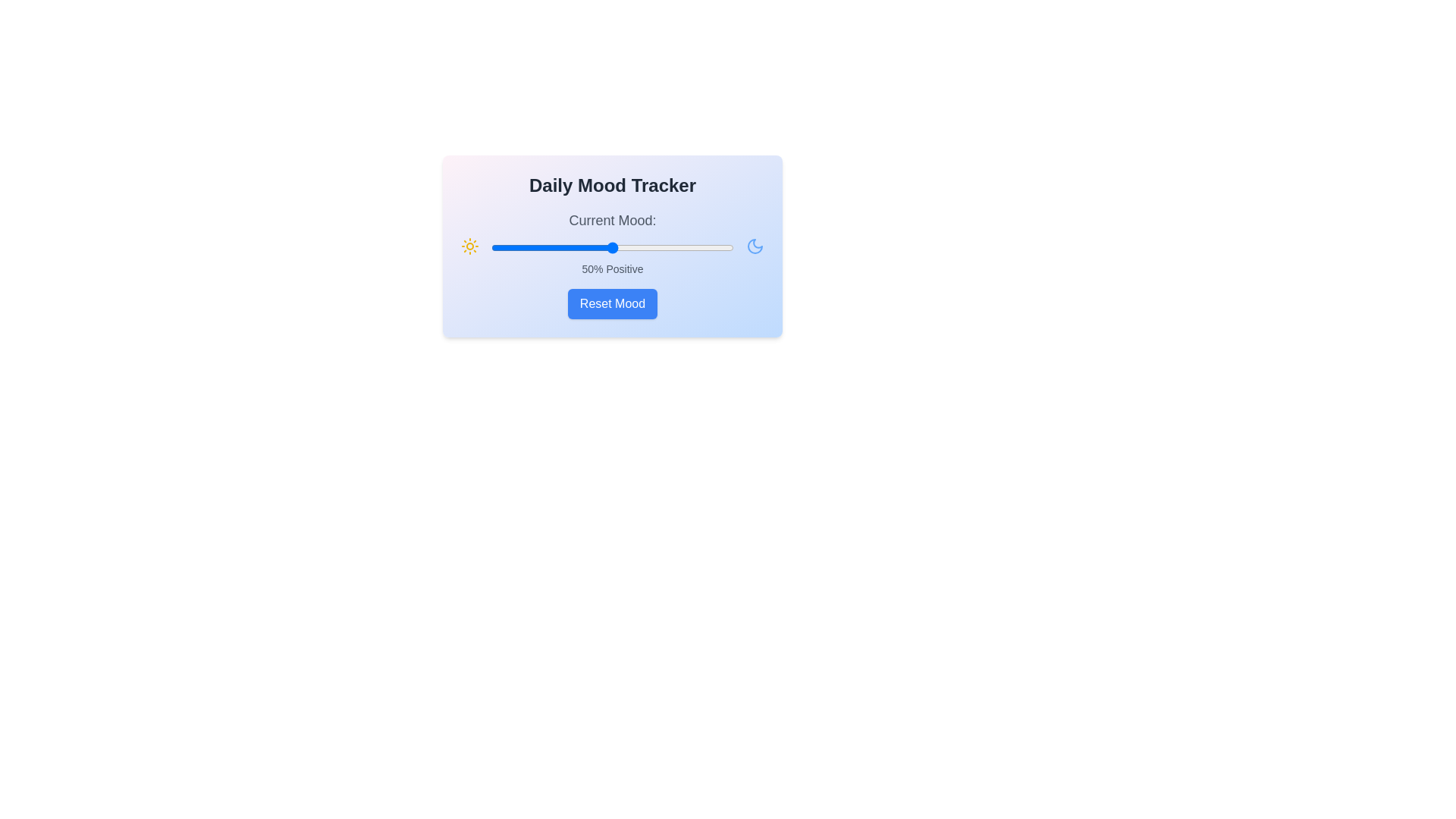 The image size is (1456, 819). What do you see at coordinates (714, 247) in the screenshot?
I see `the mood percentage` at bounding box center [714, 247].